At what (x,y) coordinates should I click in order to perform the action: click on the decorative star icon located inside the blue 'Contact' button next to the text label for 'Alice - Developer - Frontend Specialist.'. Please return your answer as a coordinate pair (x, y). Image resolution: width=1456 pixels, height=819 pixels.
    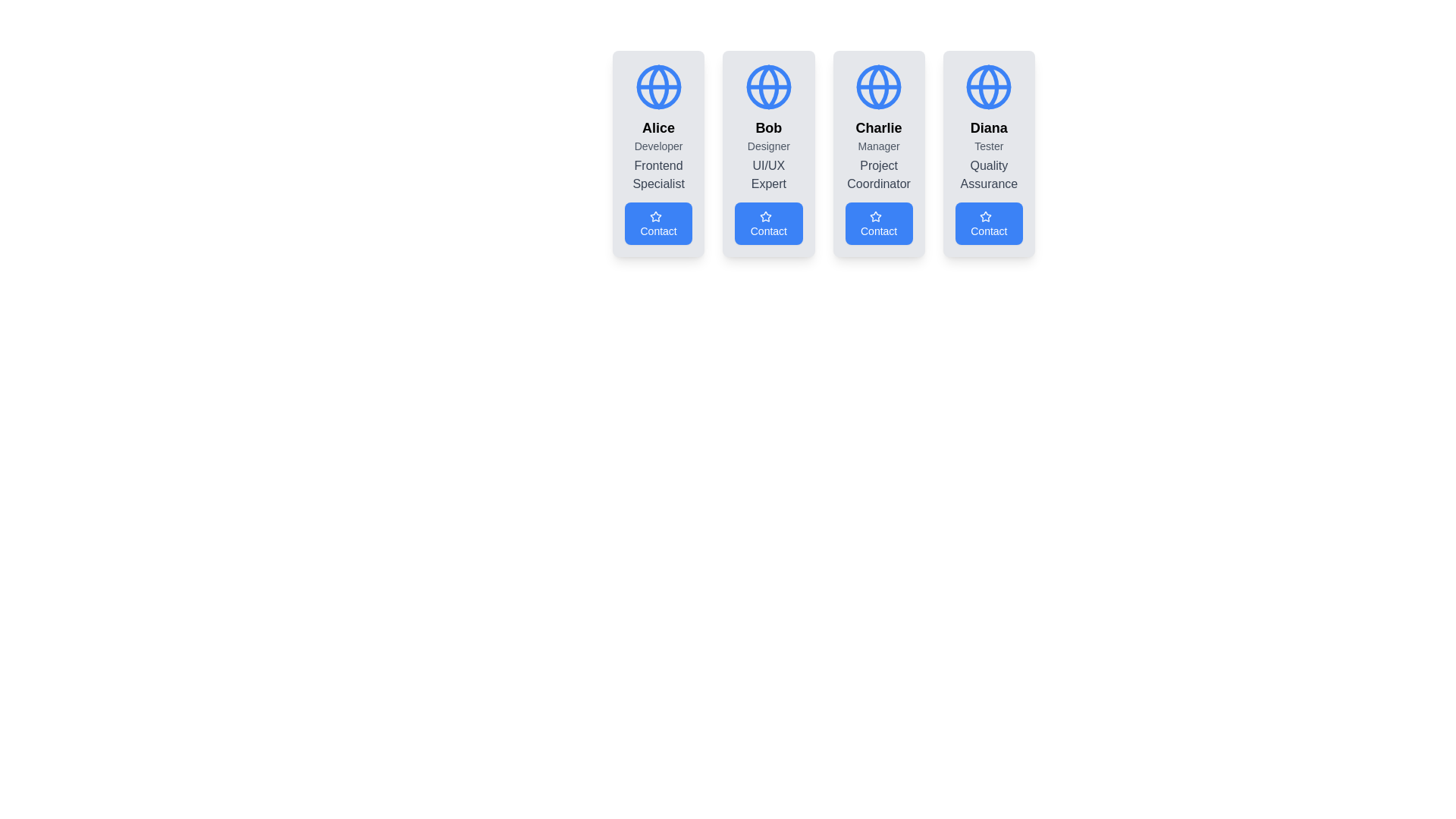
    Looking at the image, I should click on (655, 217).